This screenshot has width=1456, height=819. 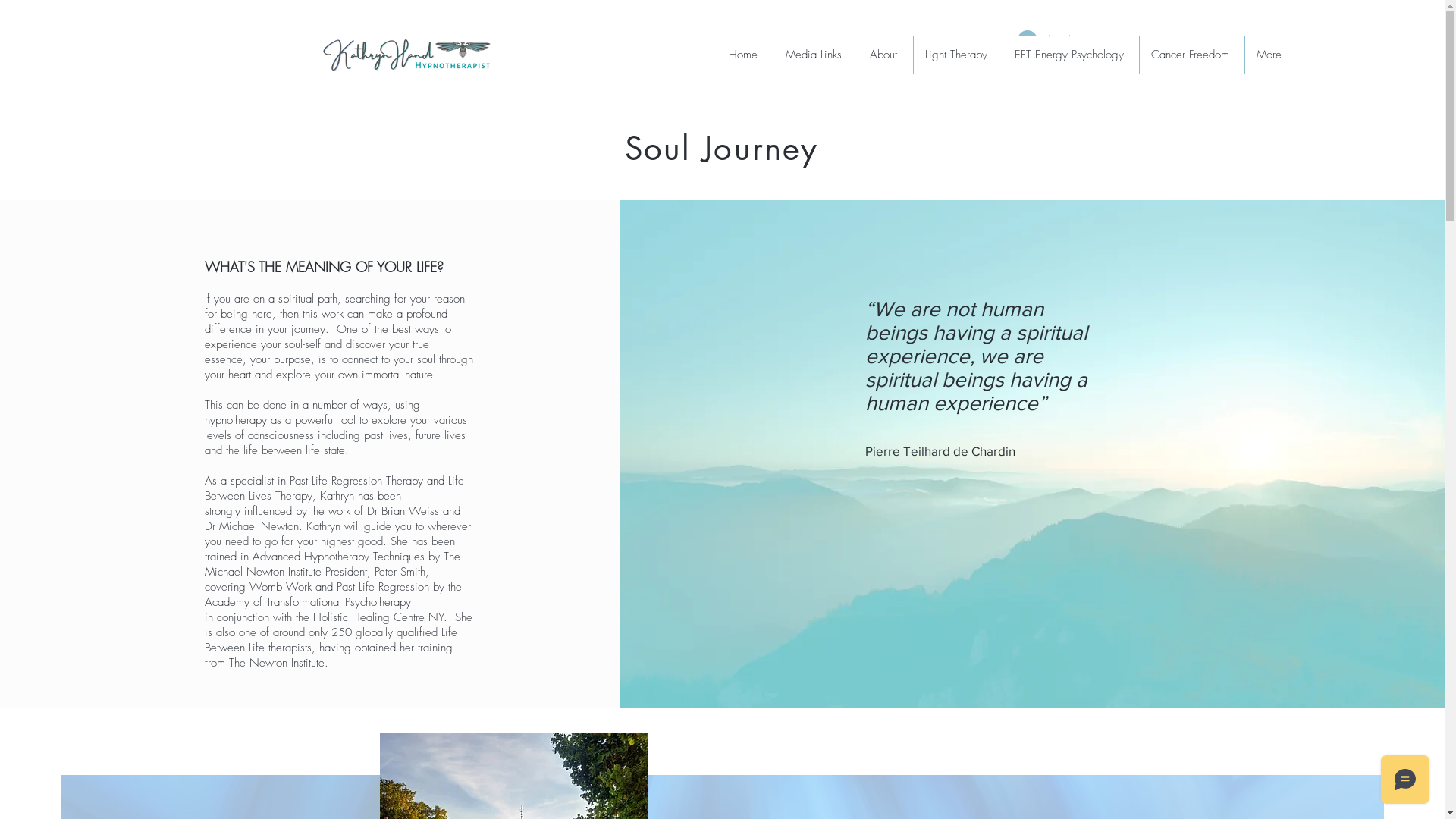 I want to click on 'Log In', so click(x=1046, y=39).